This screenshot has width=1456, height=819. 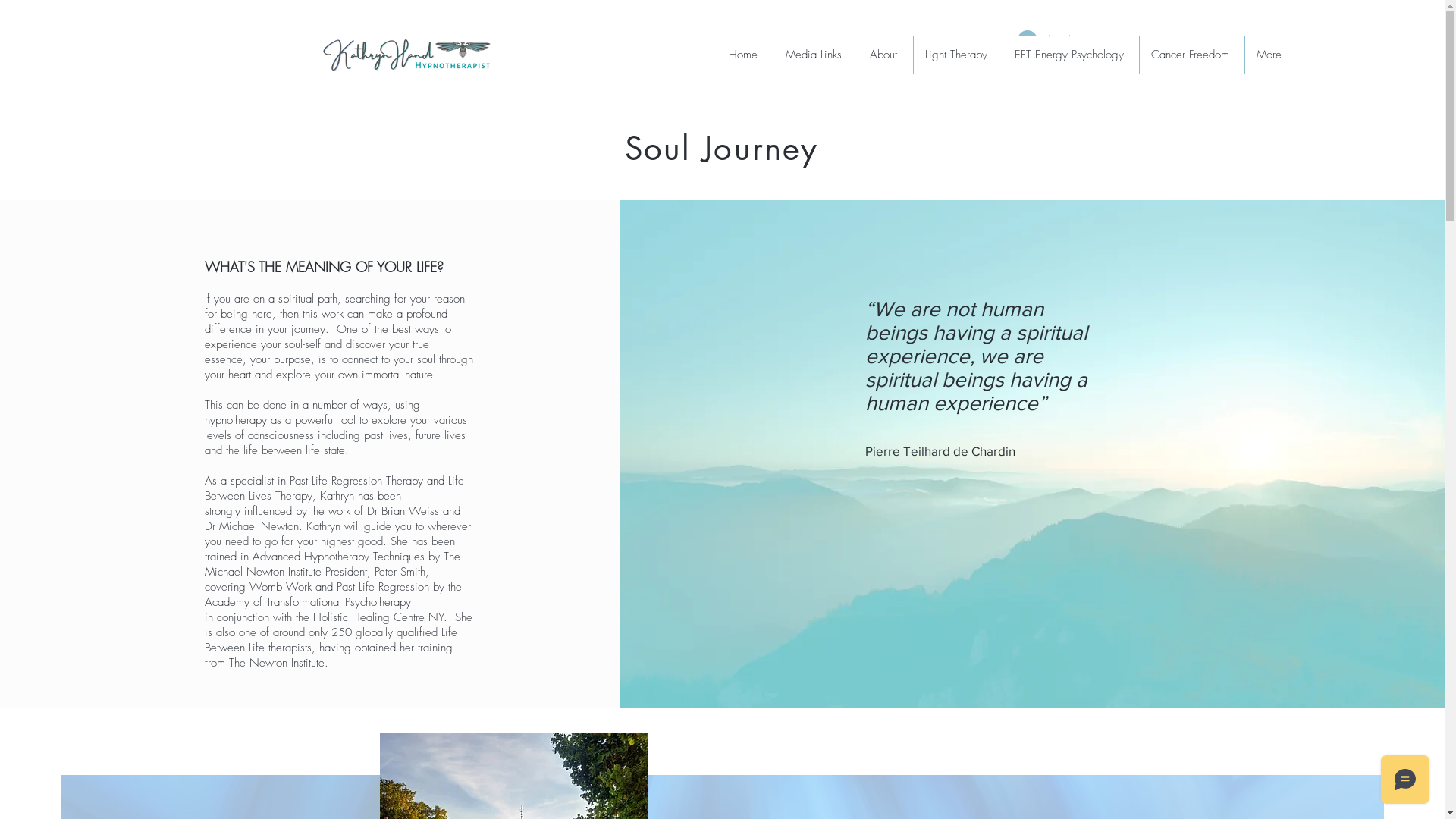 I want to click on 'Log In', so click(x=1046, y=39).